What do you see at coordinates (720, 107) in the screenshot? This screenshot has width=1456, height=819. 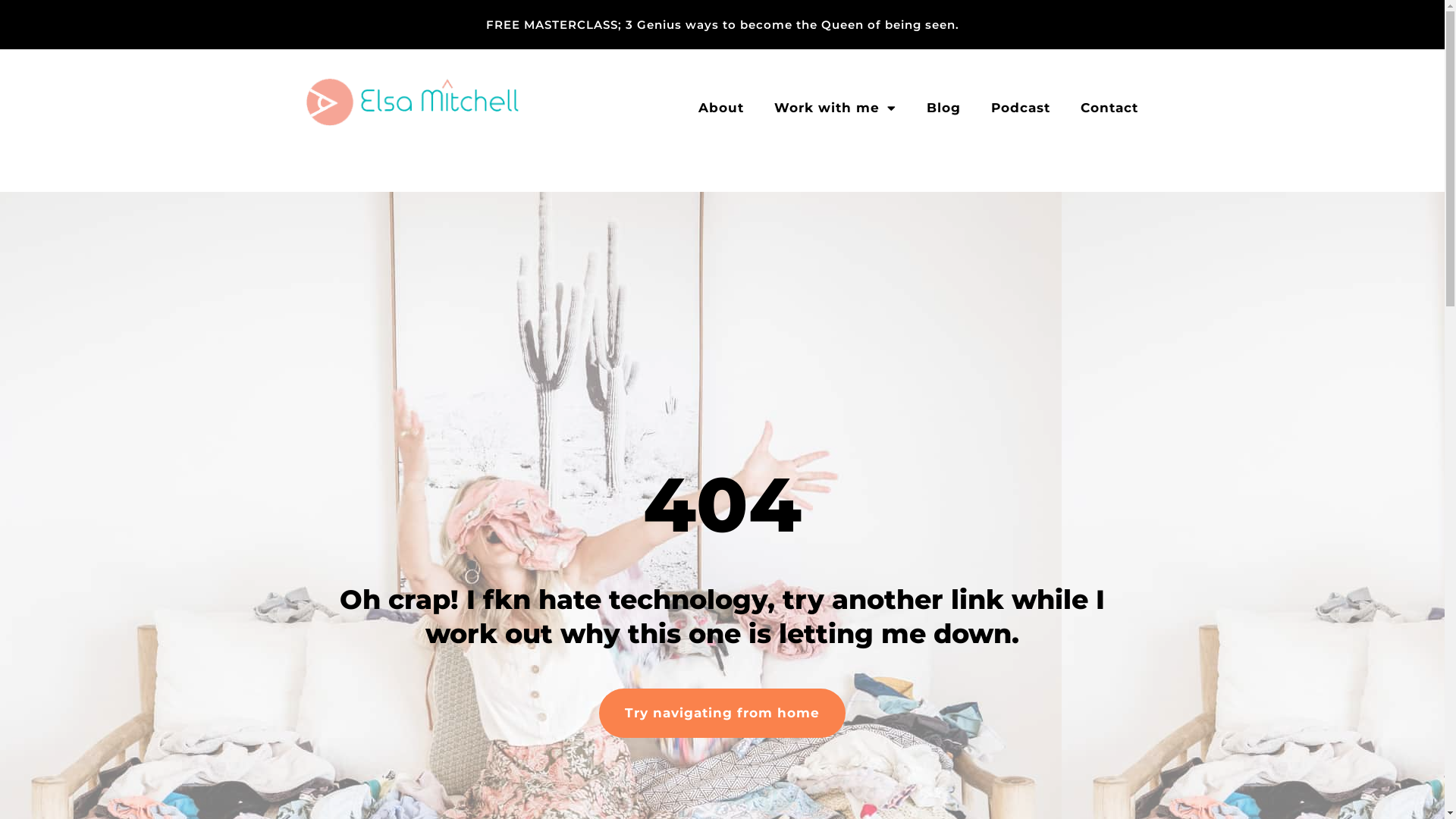 I see `'About'` at bounding box center [720, 107].